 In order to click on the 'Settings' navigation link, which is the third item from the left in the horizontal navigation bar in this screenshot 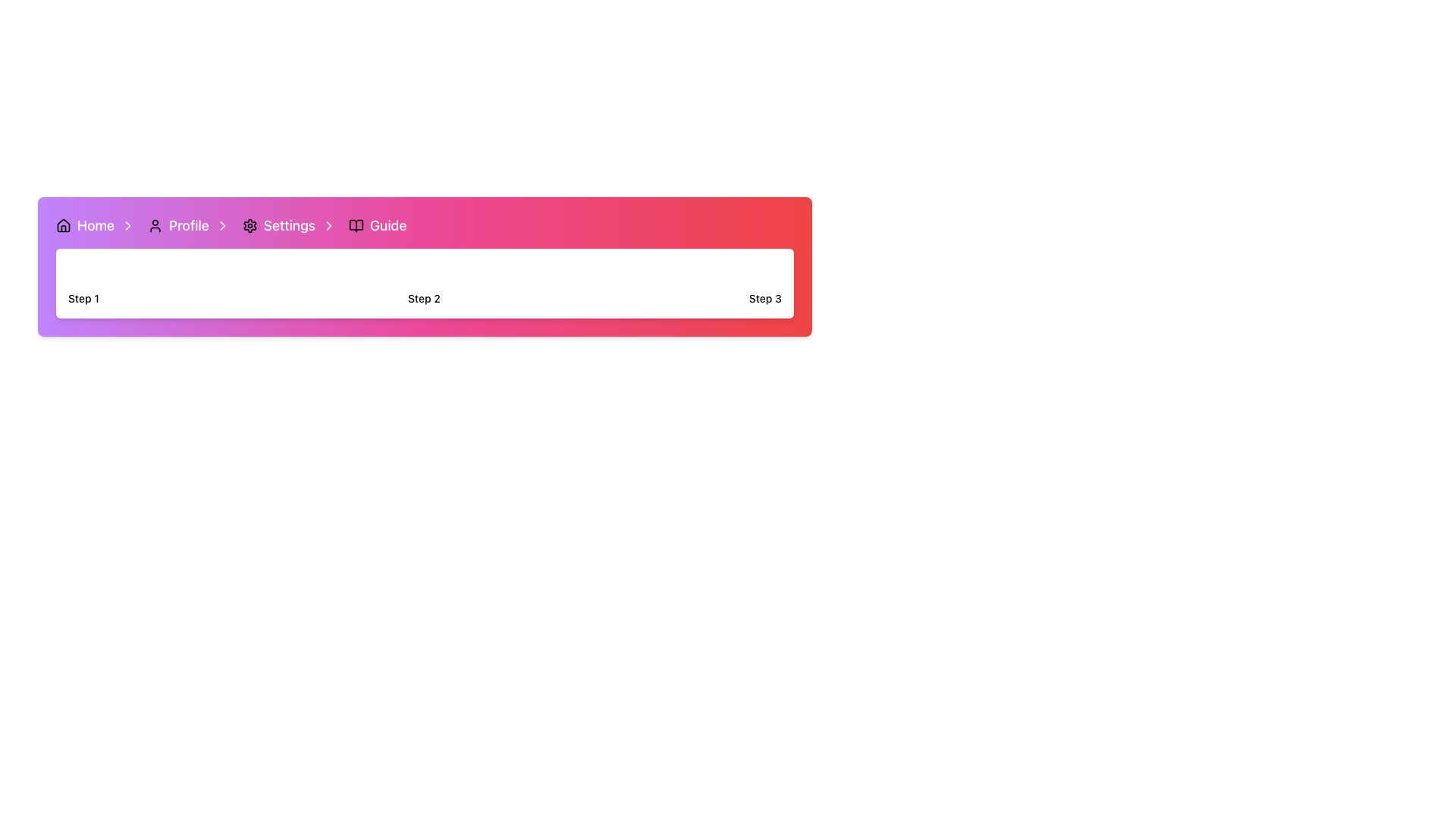, I will do `click(289, 225)`.